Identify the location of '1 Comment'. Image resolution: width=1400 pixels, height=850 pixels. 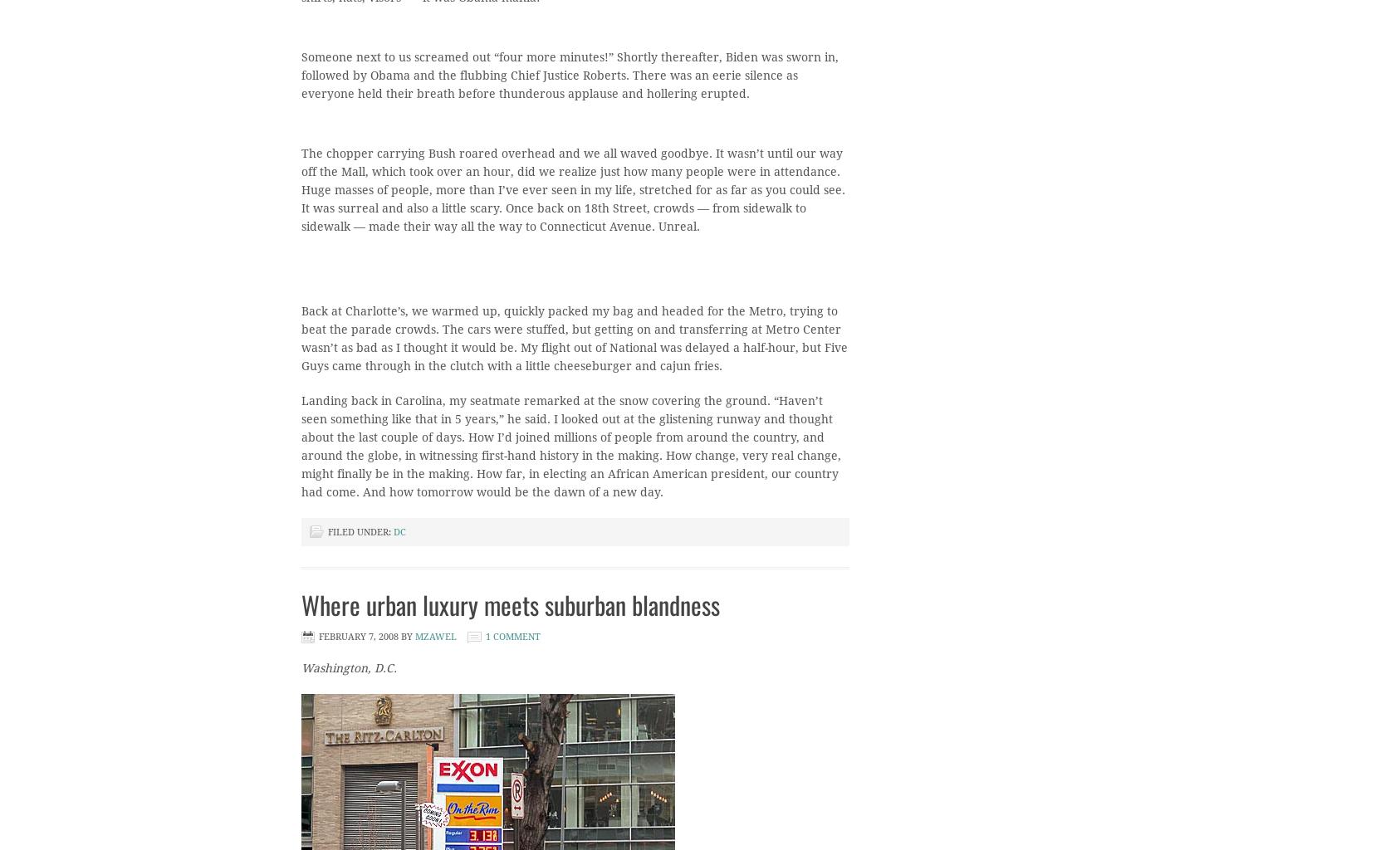
(512, 636).